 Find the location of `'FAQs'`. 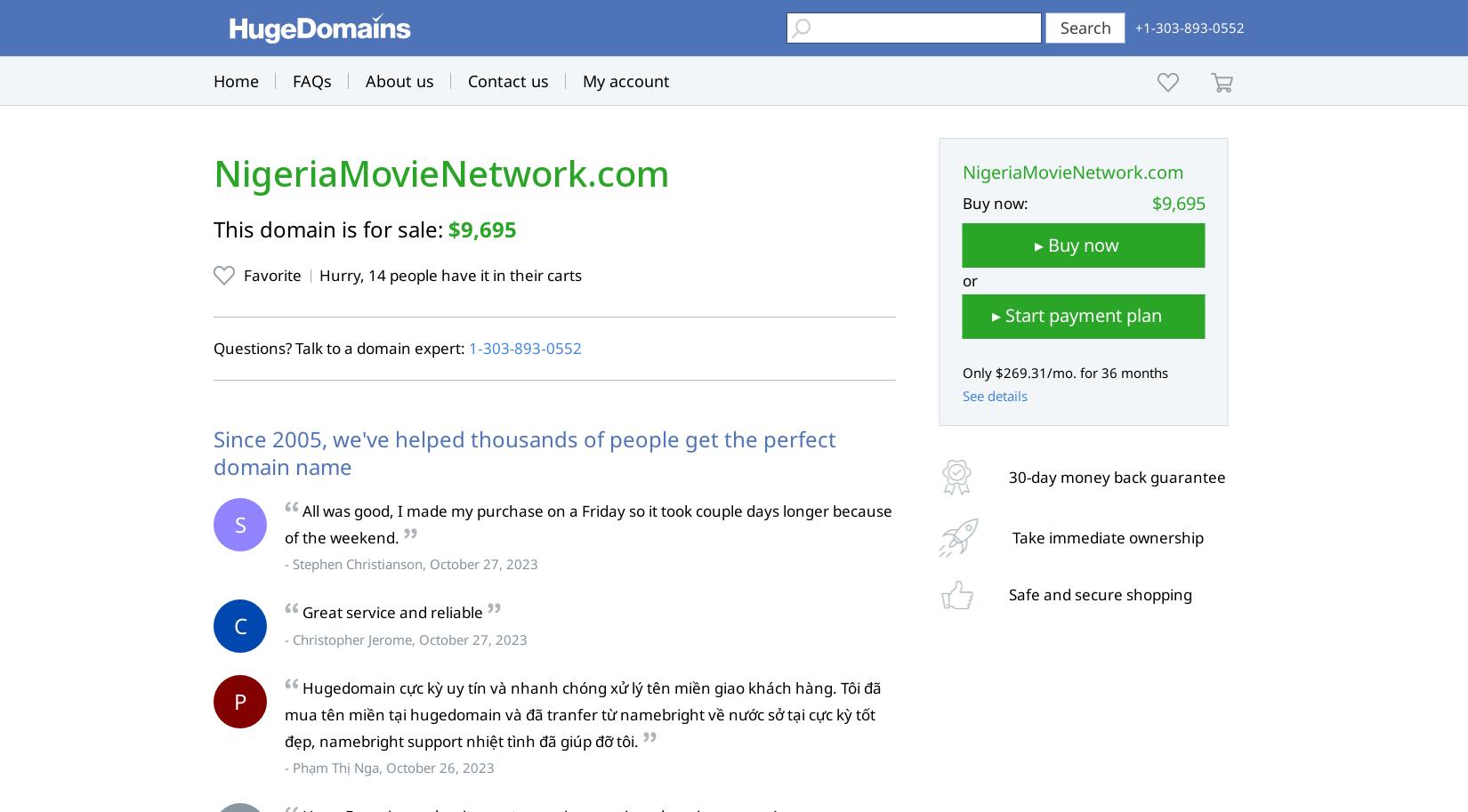

'FAQs' is located at coordinates (311, 81).